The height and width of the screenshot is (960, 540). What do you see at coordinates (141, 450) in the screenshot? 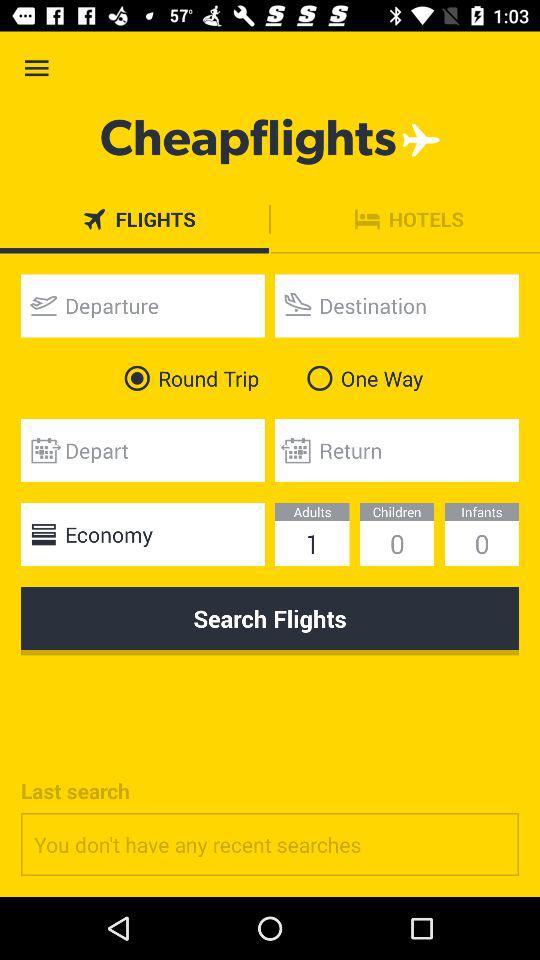
I see `departure date` at bounding box center [141, 450].